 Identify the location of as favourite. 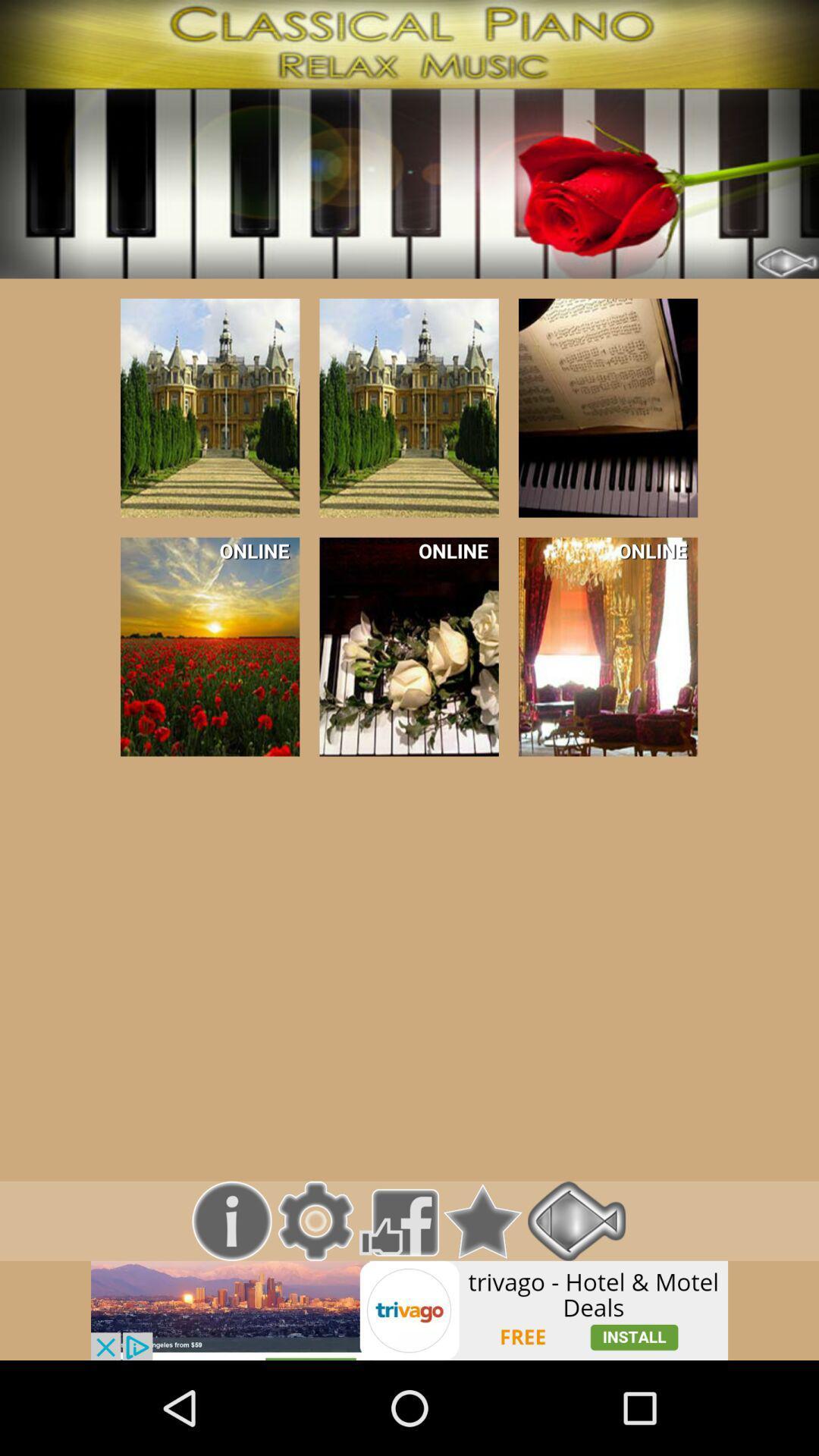
(482, 1221).